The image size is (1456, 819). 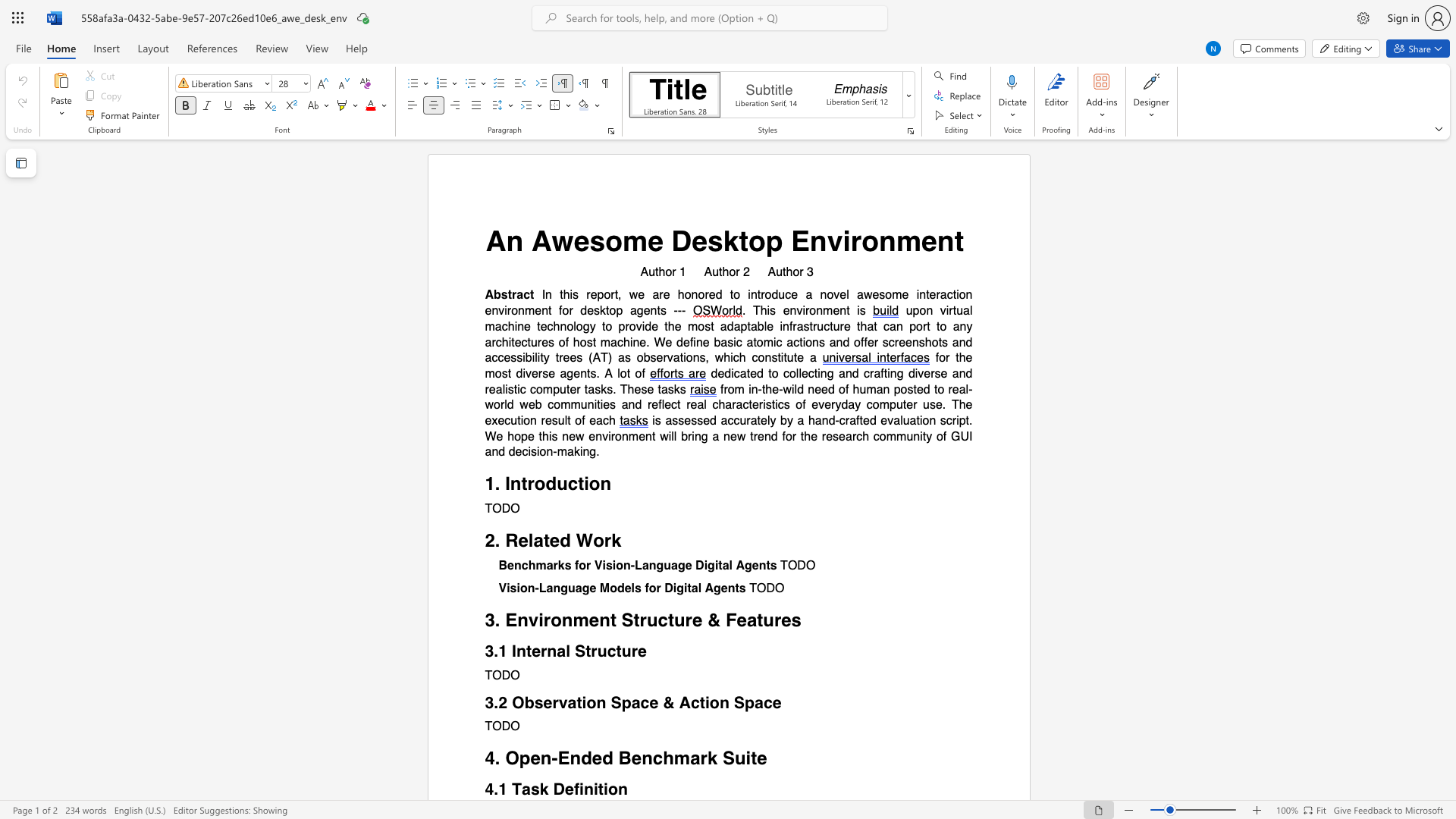 I want to click on the subset text "ktop Enviro" within the text "An Awesome Desktop Environment", so click(x=722, y=240).